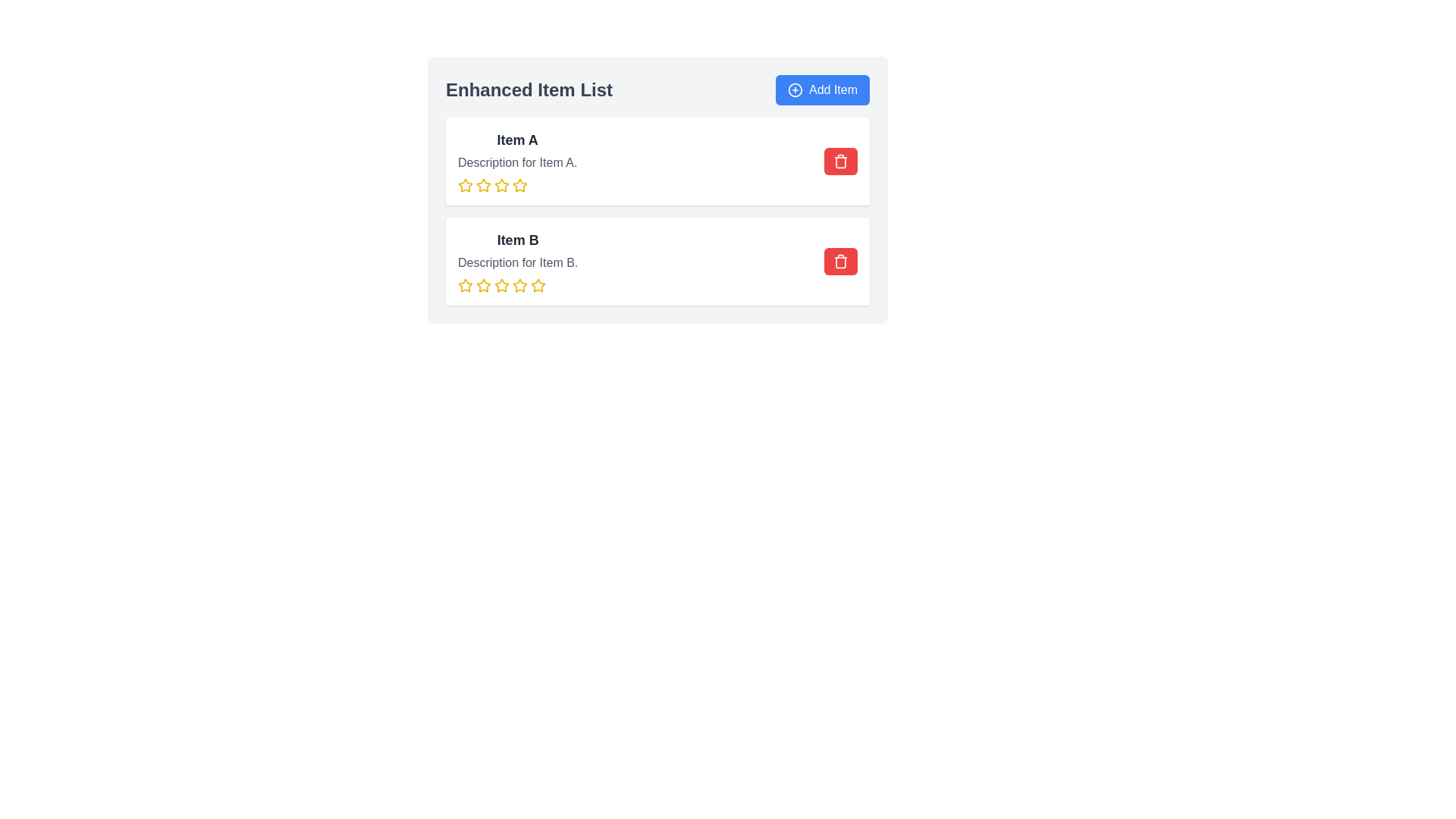 The width and height of the screenshot is (1456, 819). What do you see at coordinates (518, 260) in the screenshot?
I see `descriptive text of the Text block with rating indicators that displays information about 'Item B'` at bounding box center [518, 260].